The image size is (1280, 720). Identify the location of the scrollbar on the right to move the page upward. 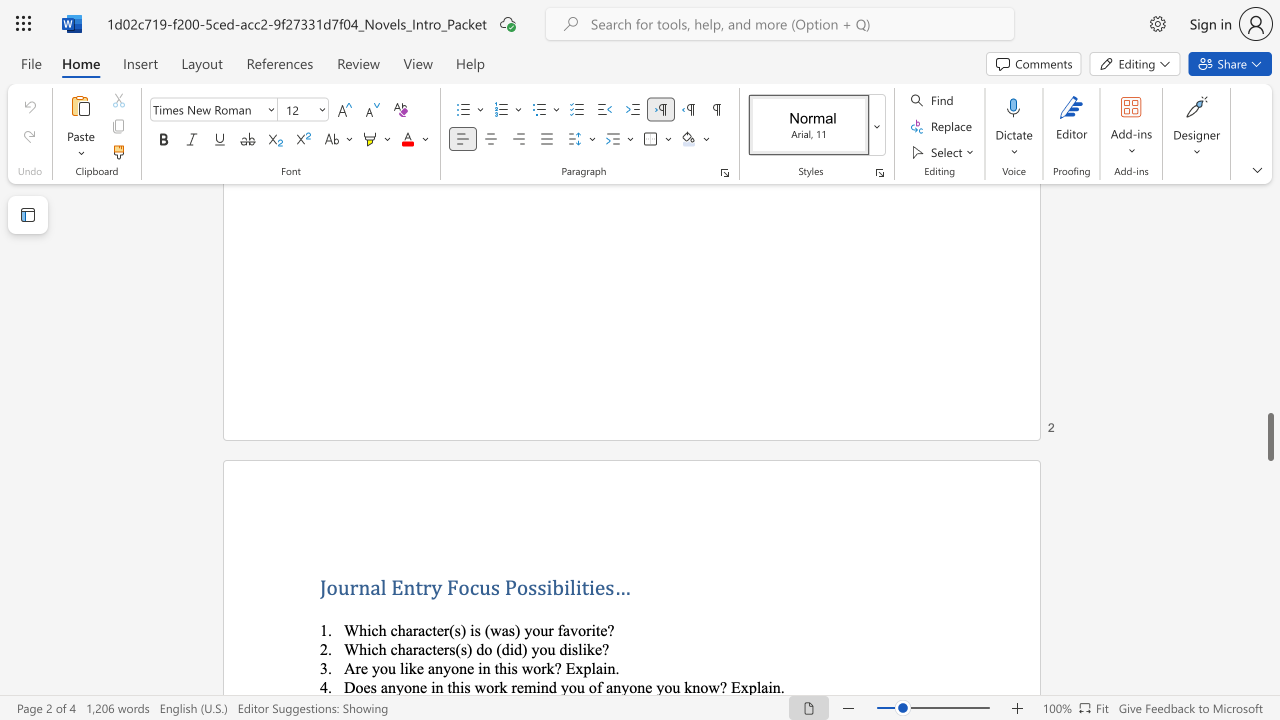
(1269, 428).